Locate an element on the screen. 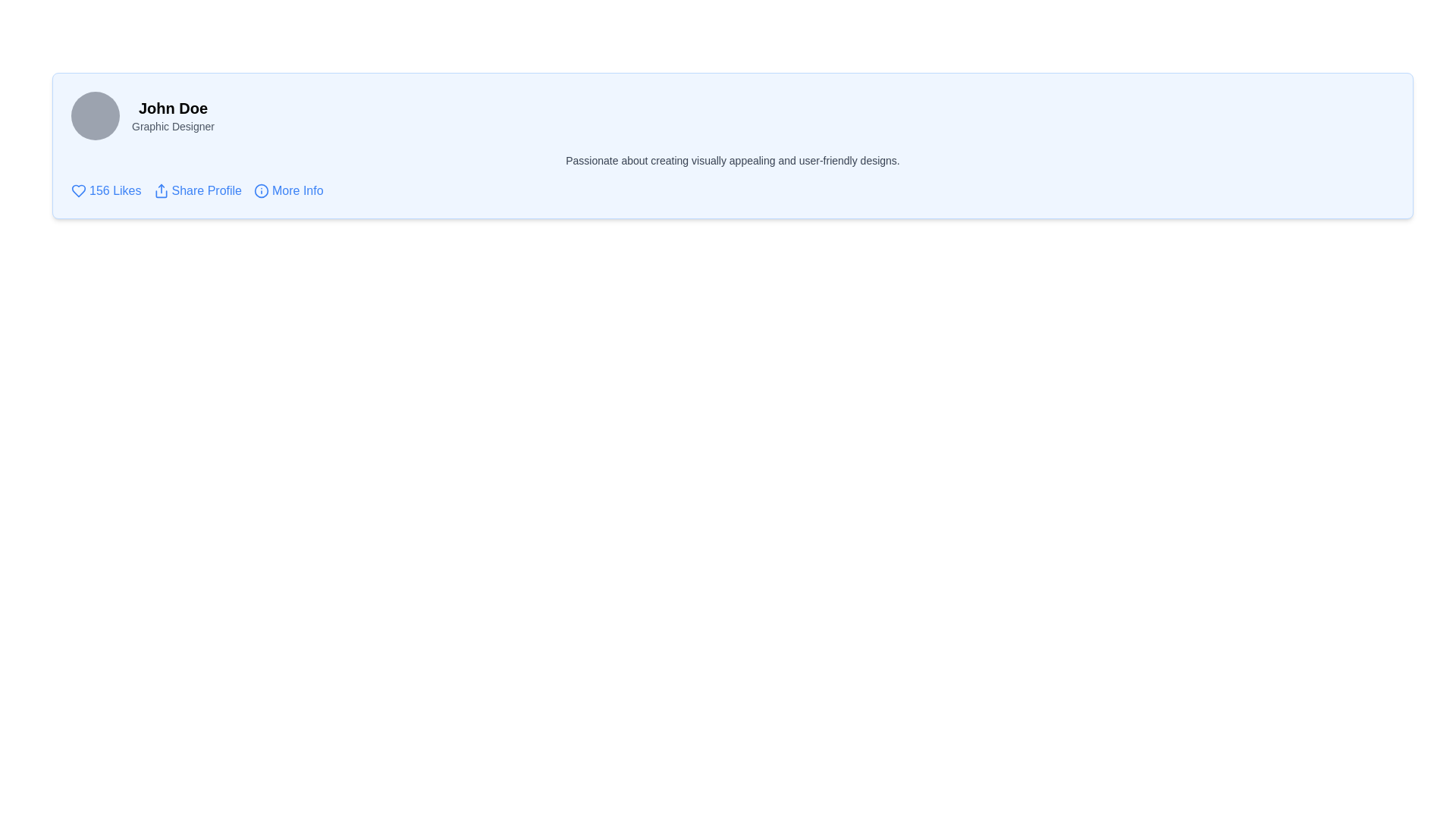  the static text label that describes the individual's profession as 'Graphic Designer', located directly below the name 'John Doe' in the user profile section is located at coordinates (173, 125).